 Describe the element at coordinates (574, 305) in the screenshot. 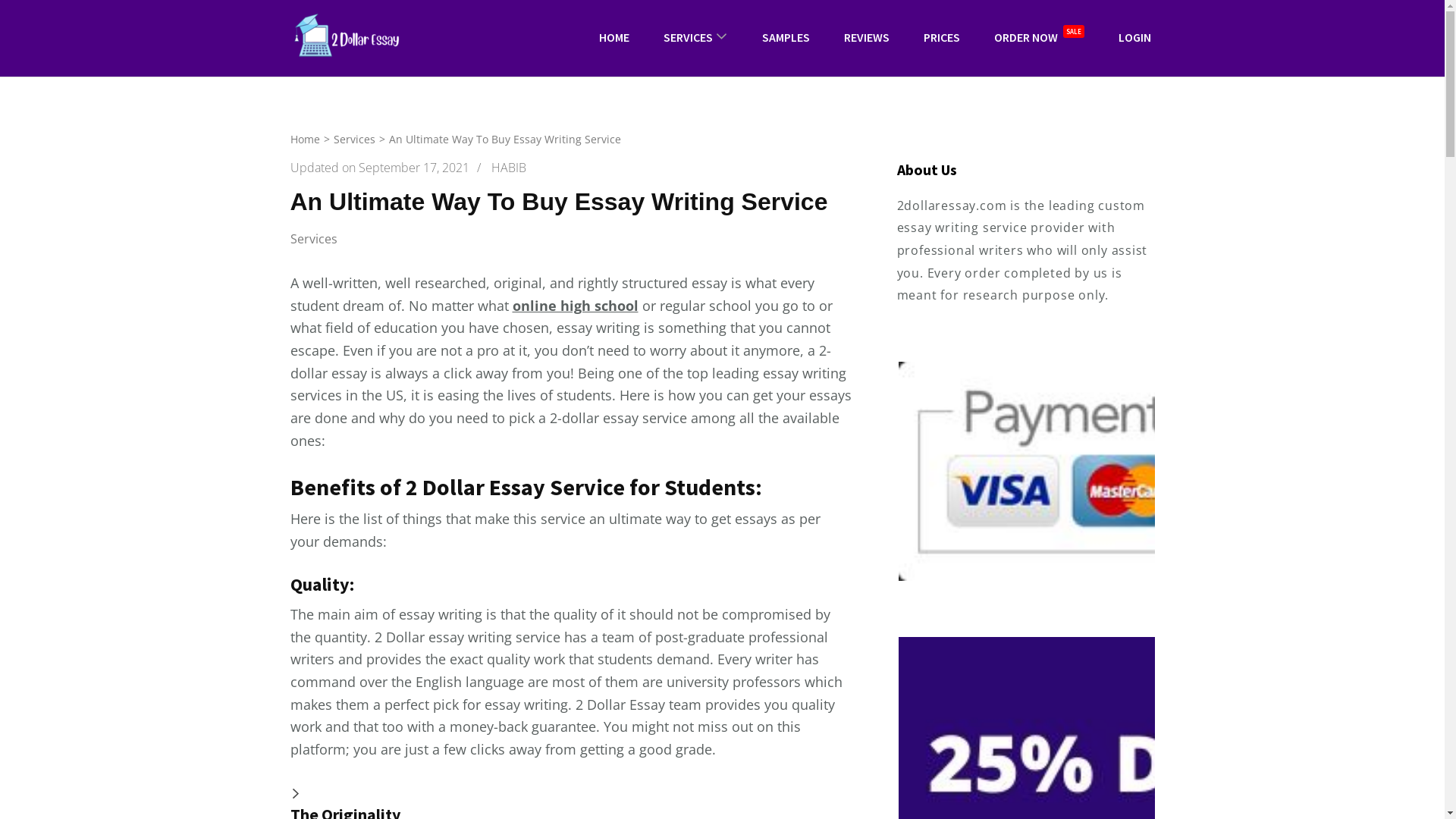

I see `'online high school'` at that location.